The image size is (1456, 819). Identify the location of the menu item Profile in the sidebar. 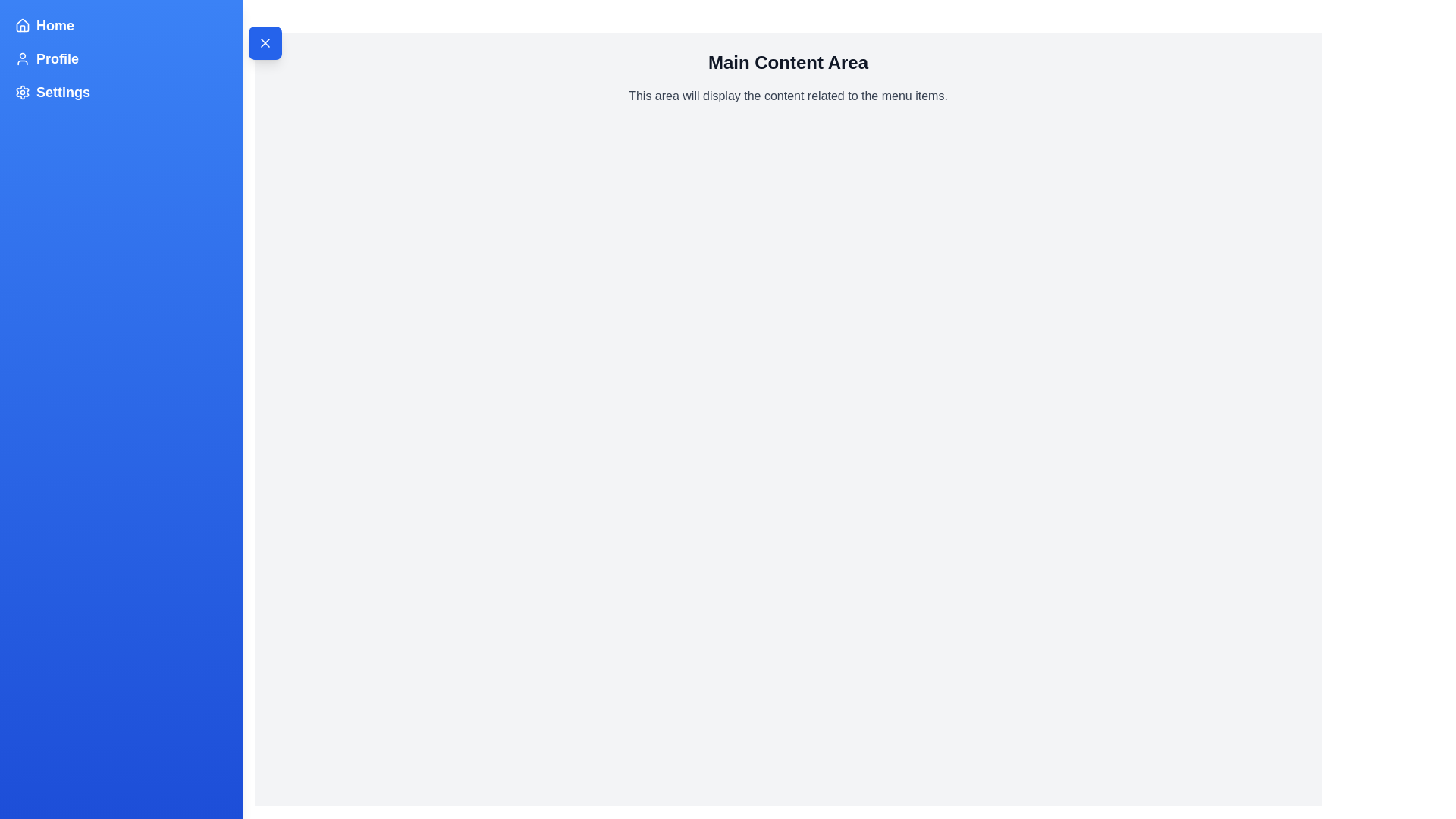
(120, 58).